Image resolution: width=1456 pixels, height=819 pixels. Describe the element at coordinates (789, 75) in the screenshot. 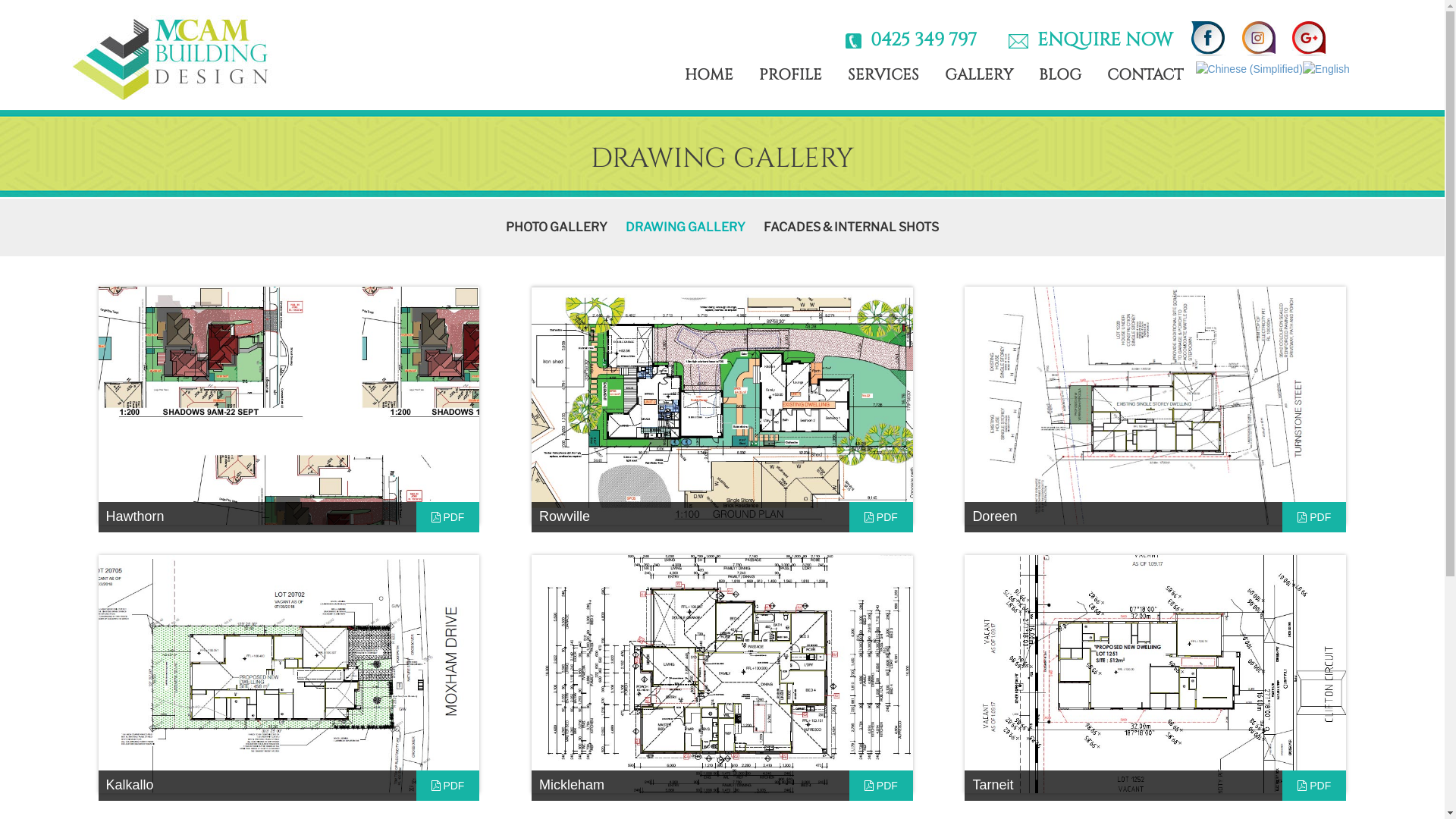

I see `'PROFILE'` at that location.